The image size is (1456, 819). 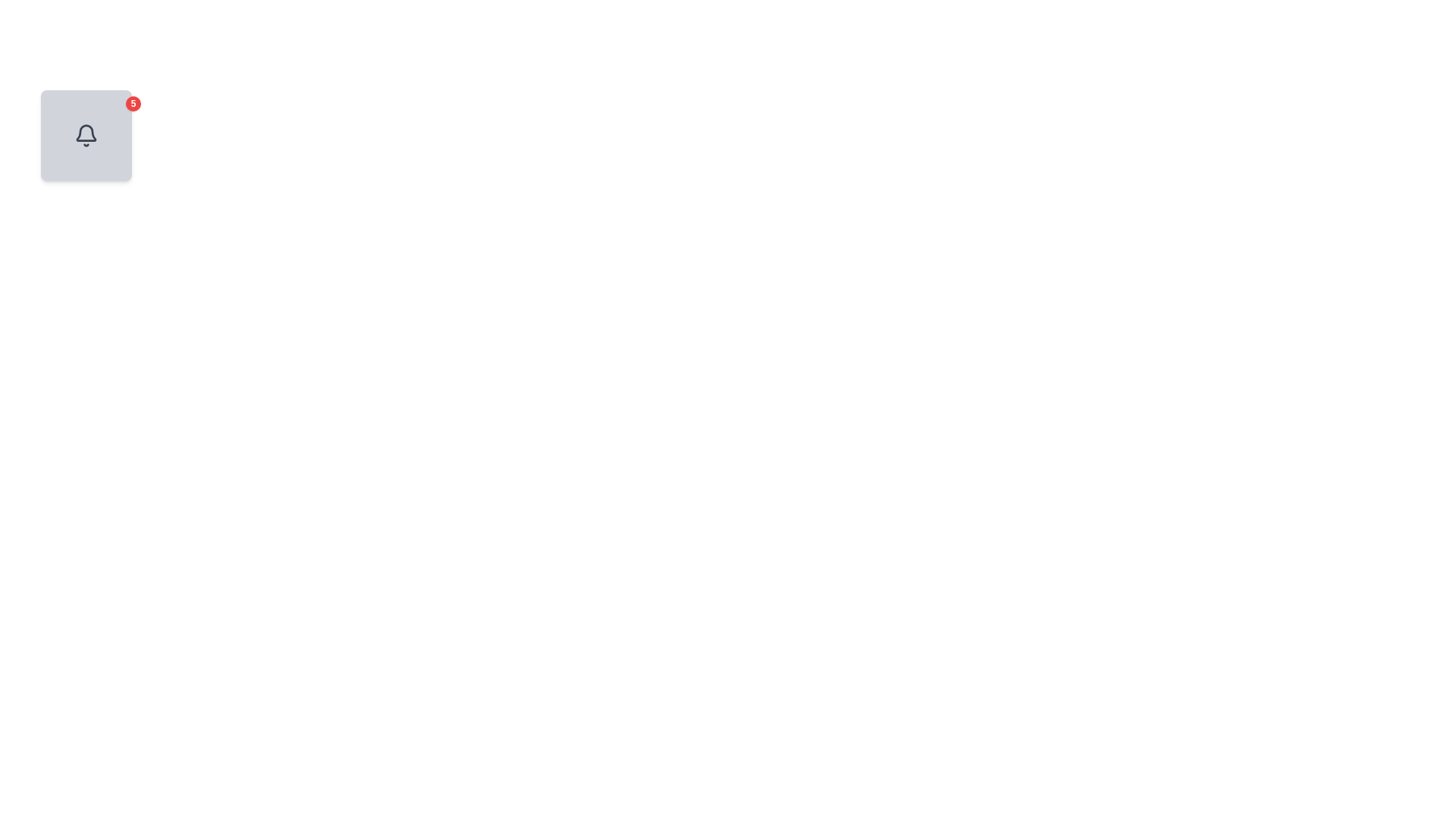 What do you see at coordinates (133, 103) in the screenshot?
I see `the count displayed on the badge located at the top-right corner of the notification bell icon` at bounding box center [133, 103].